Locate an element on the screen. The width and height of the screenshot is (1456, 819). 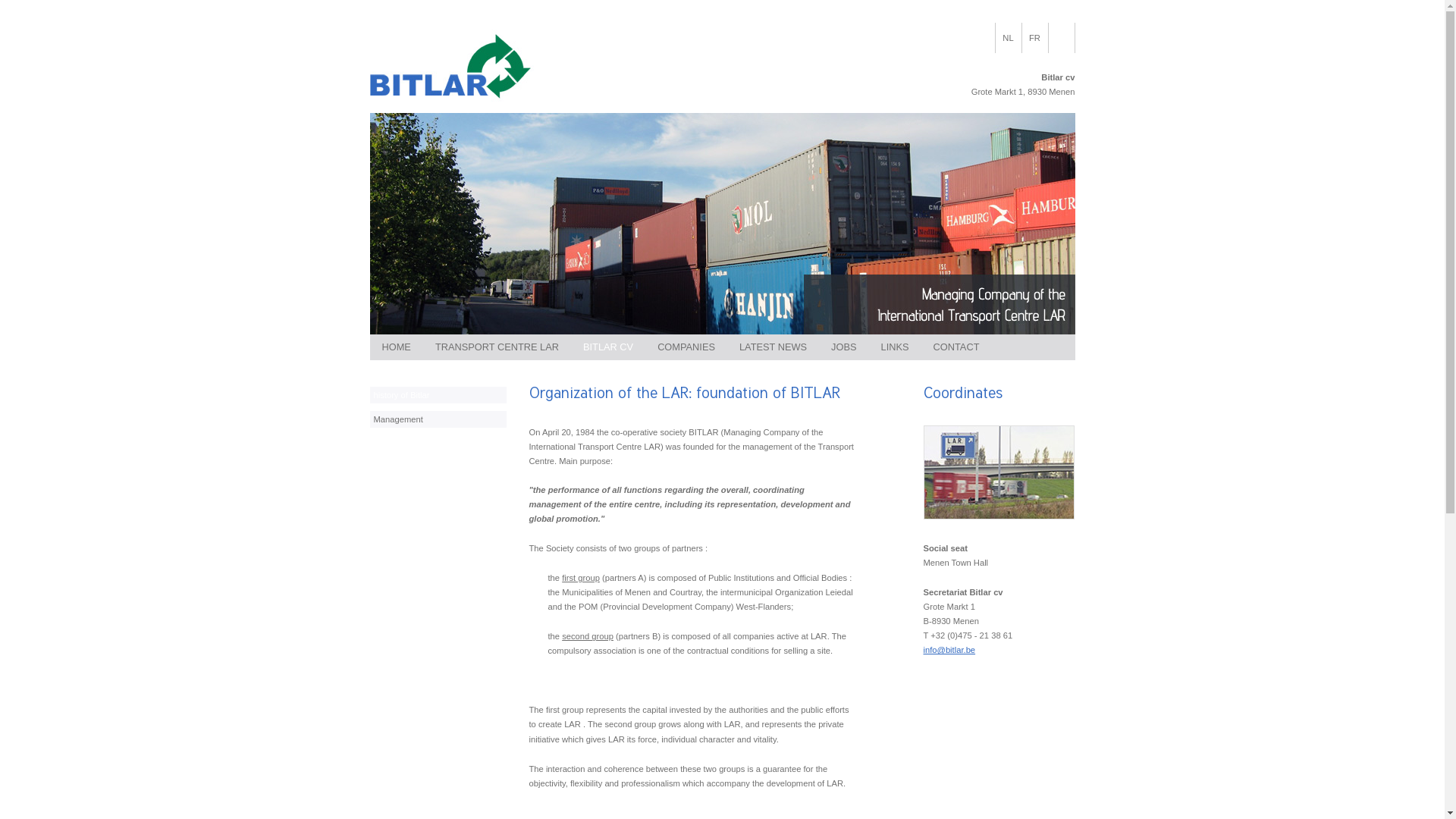
'NL' is located at coordinates (1008, 37).